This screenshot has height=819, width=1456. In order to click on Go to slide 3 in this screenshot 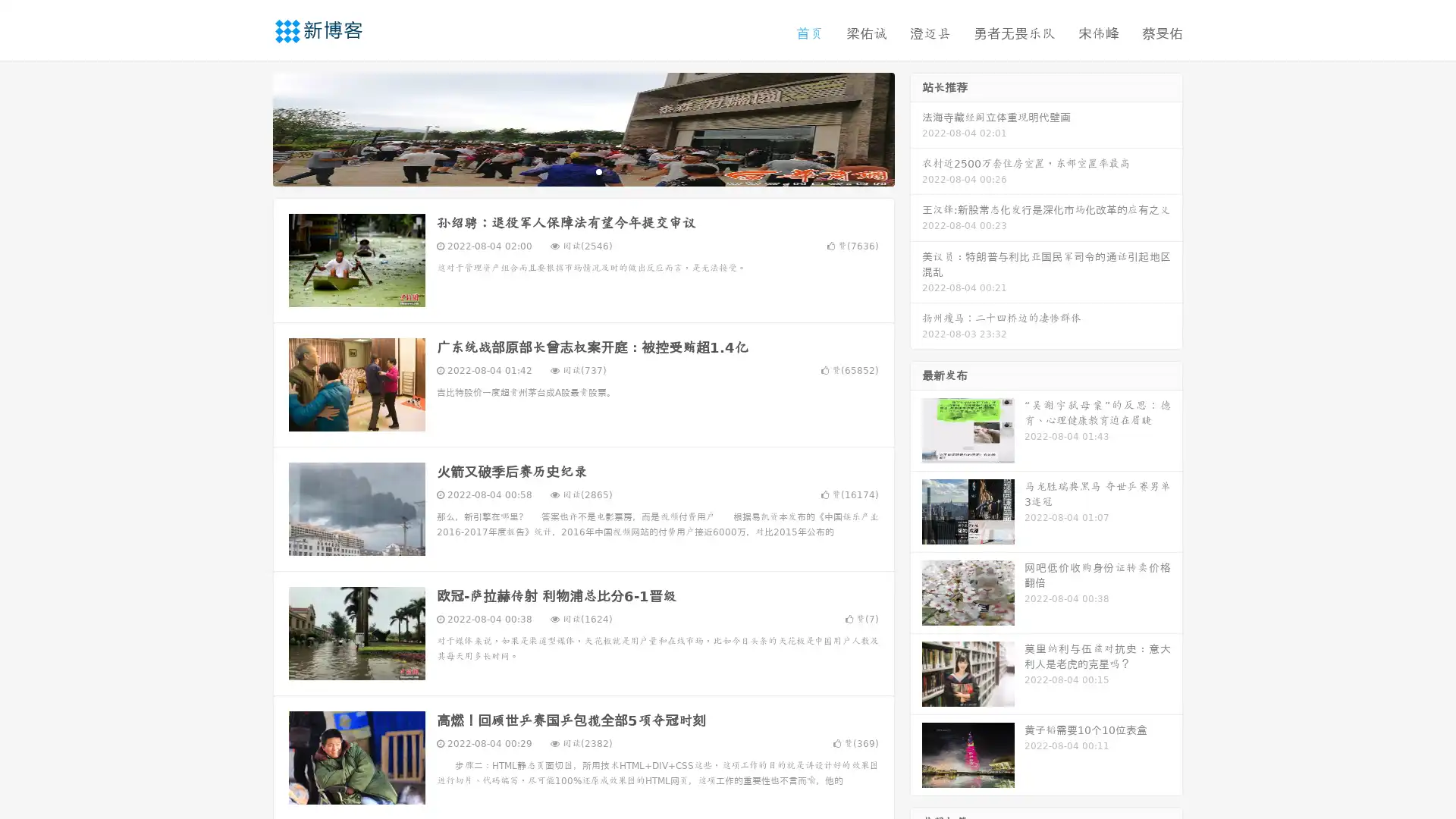, I will do `click(598, 171)`.